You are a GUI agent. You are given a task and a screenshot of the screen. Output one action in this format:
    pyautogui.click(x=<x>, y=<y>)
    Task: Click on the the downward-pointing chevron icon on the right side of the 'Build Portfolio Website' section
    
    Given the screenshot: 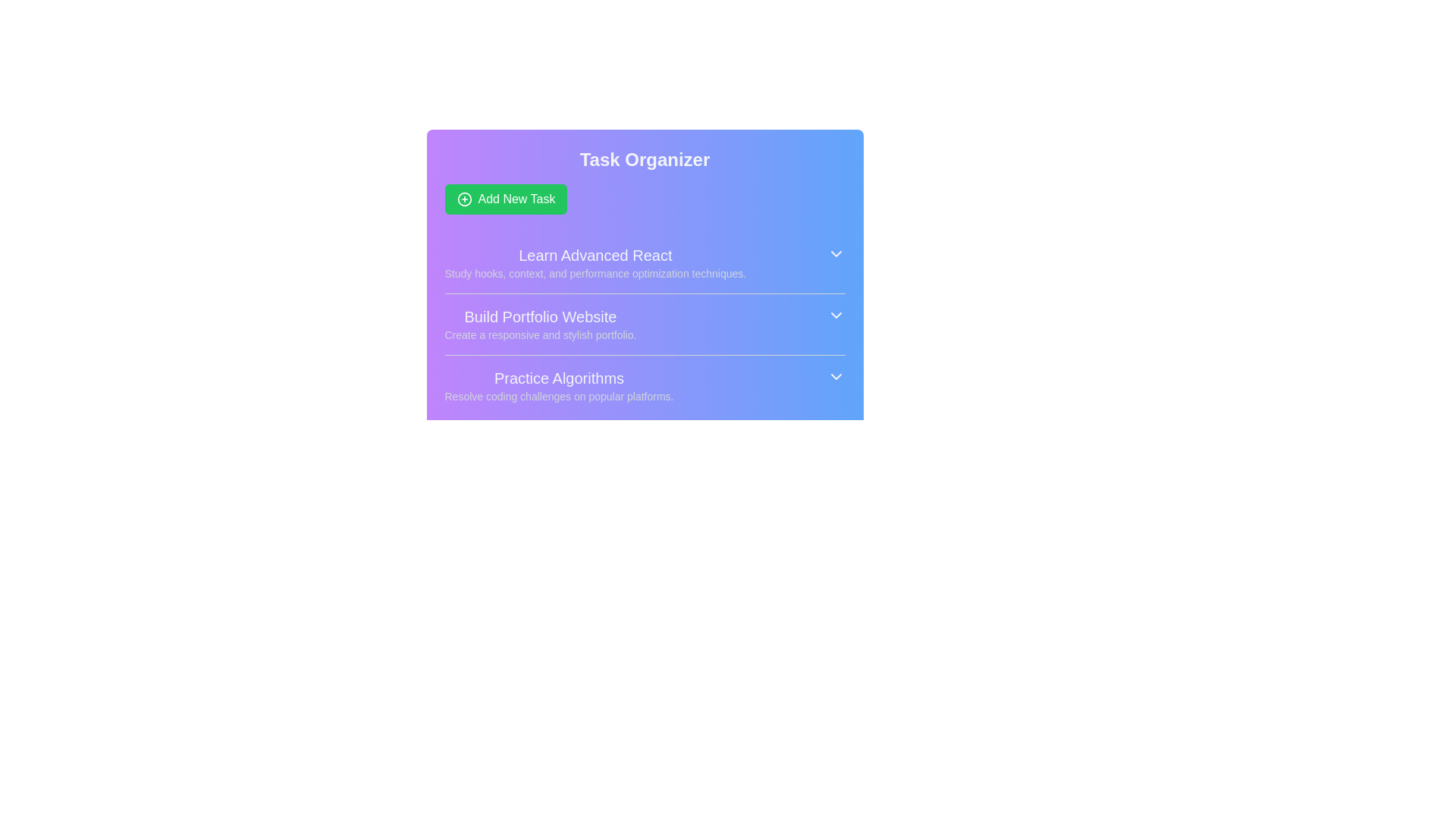 What is the action you would take?
    pyautogui.click(x=835, y=315)
    